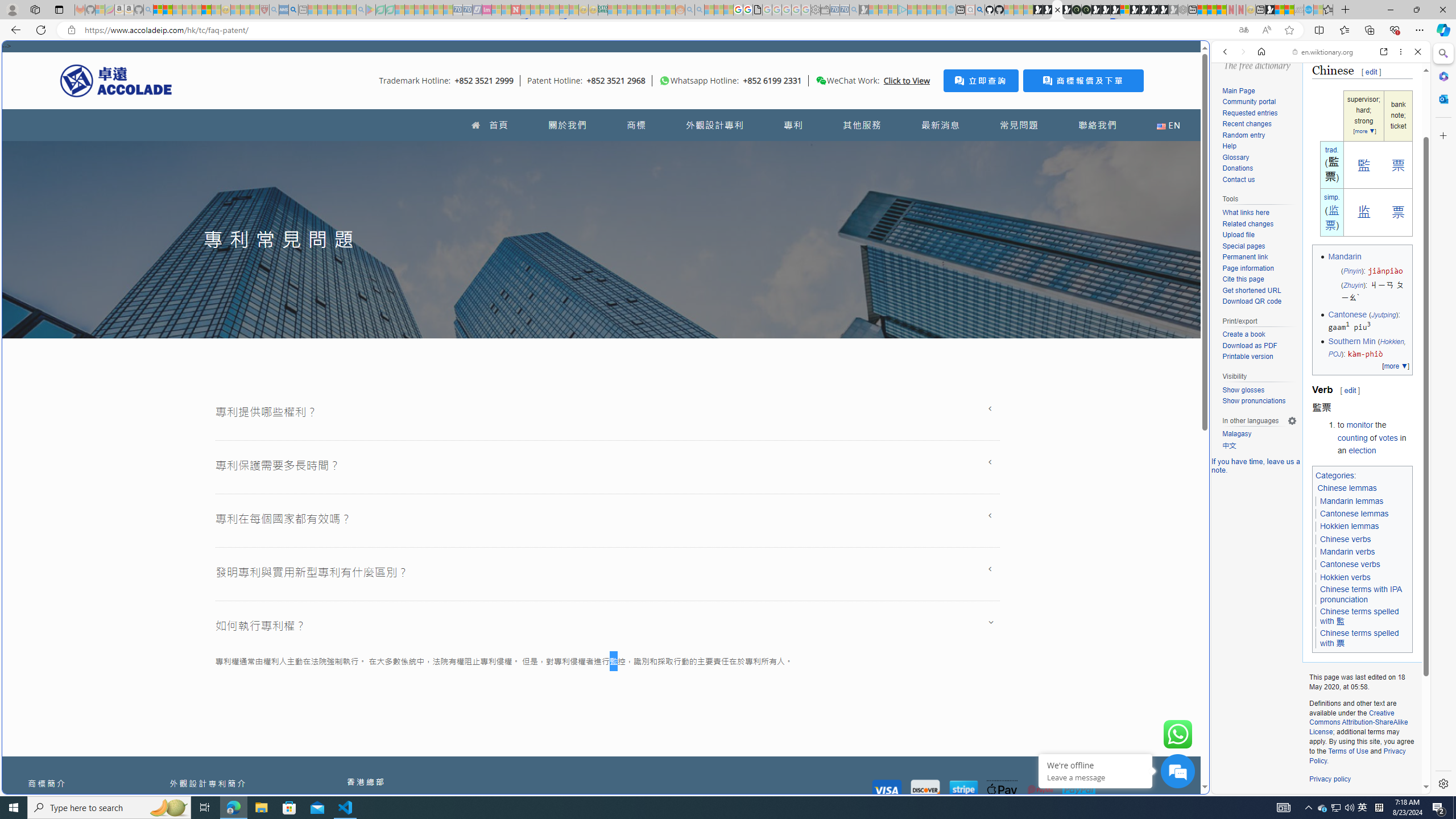  What do you see at coordinates (487, 9) in the screenshot?
I see `'Jobs - lastminute.com Investor Portal - Sleeping'` at bounding box center [487, 9].